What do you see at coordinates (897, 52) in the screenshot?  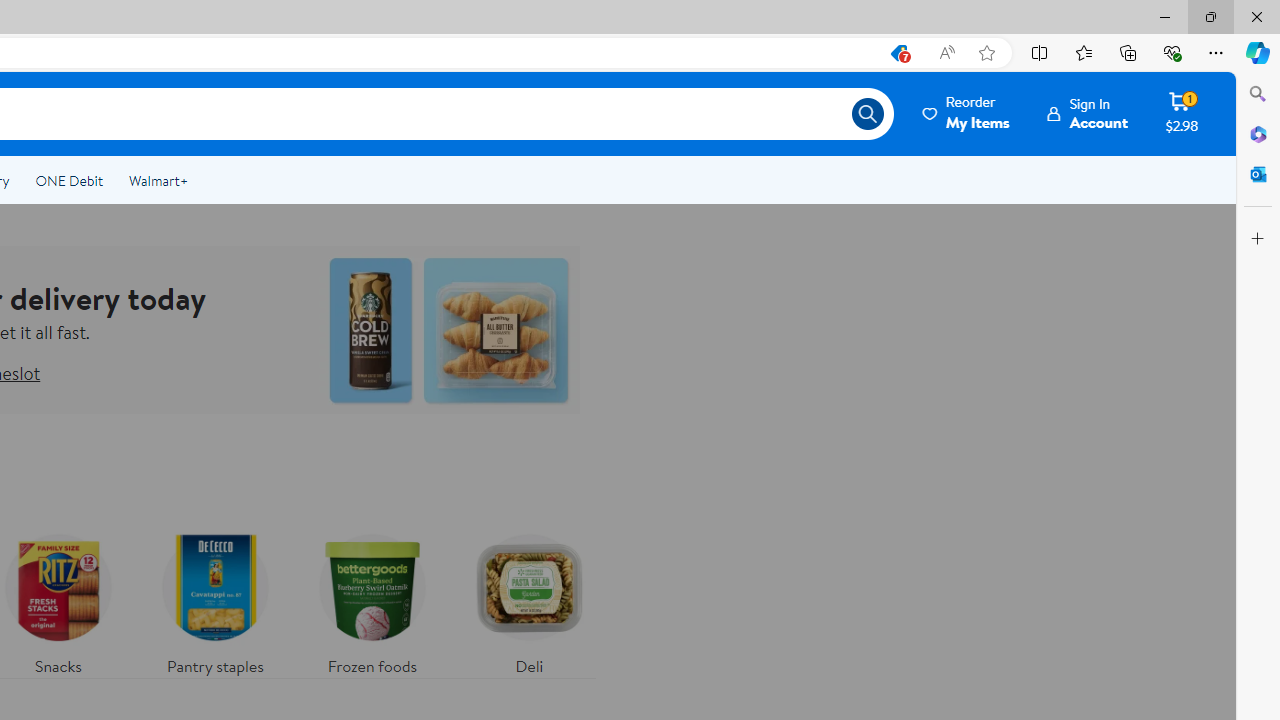 I see `'This site has coupons! Shopping in Microsoft Edge, 7'` at bounding box center [897, 52].